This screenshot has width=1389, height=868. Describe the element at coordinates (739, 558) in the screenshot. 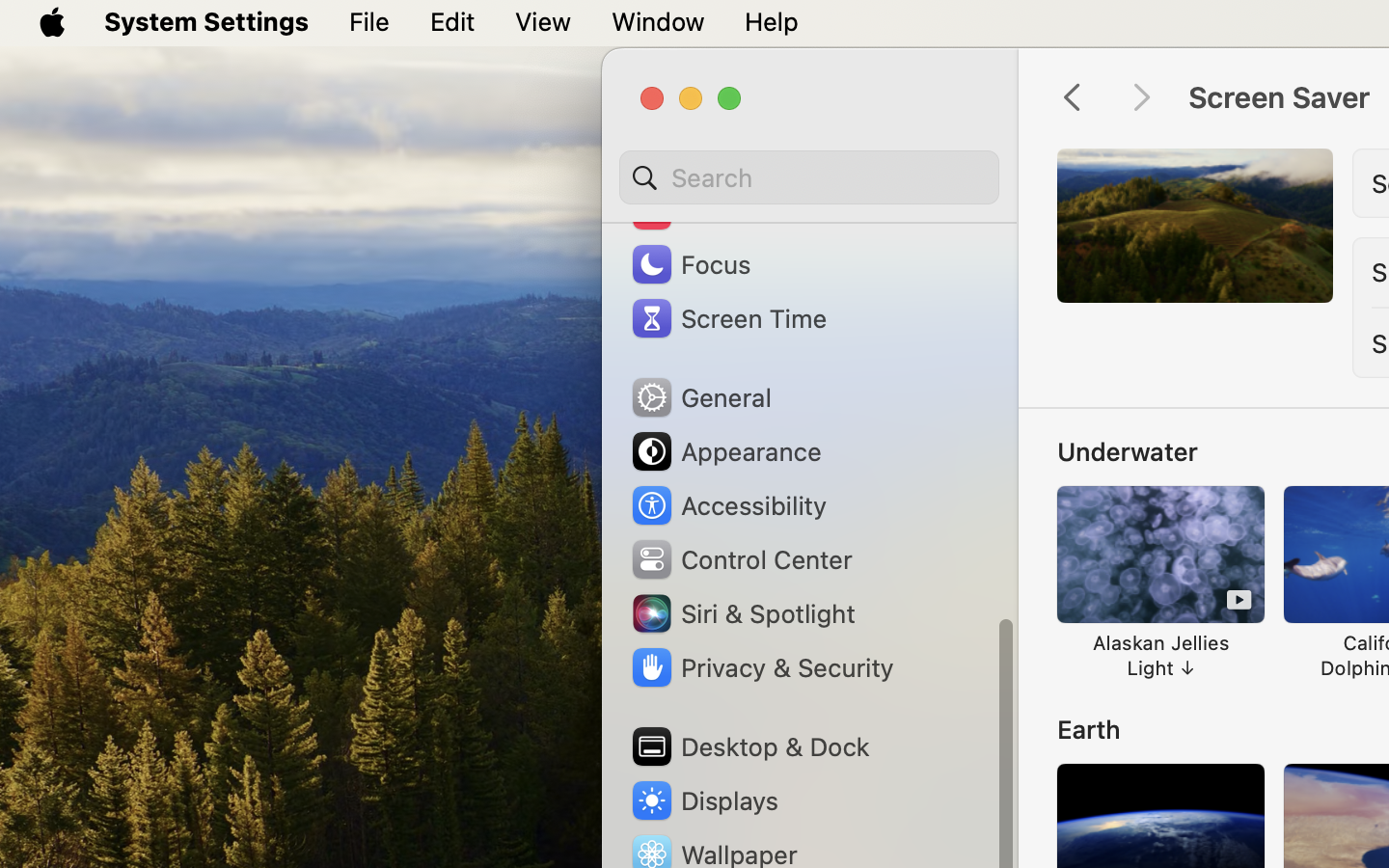

I see `'Control Center'` at that location.